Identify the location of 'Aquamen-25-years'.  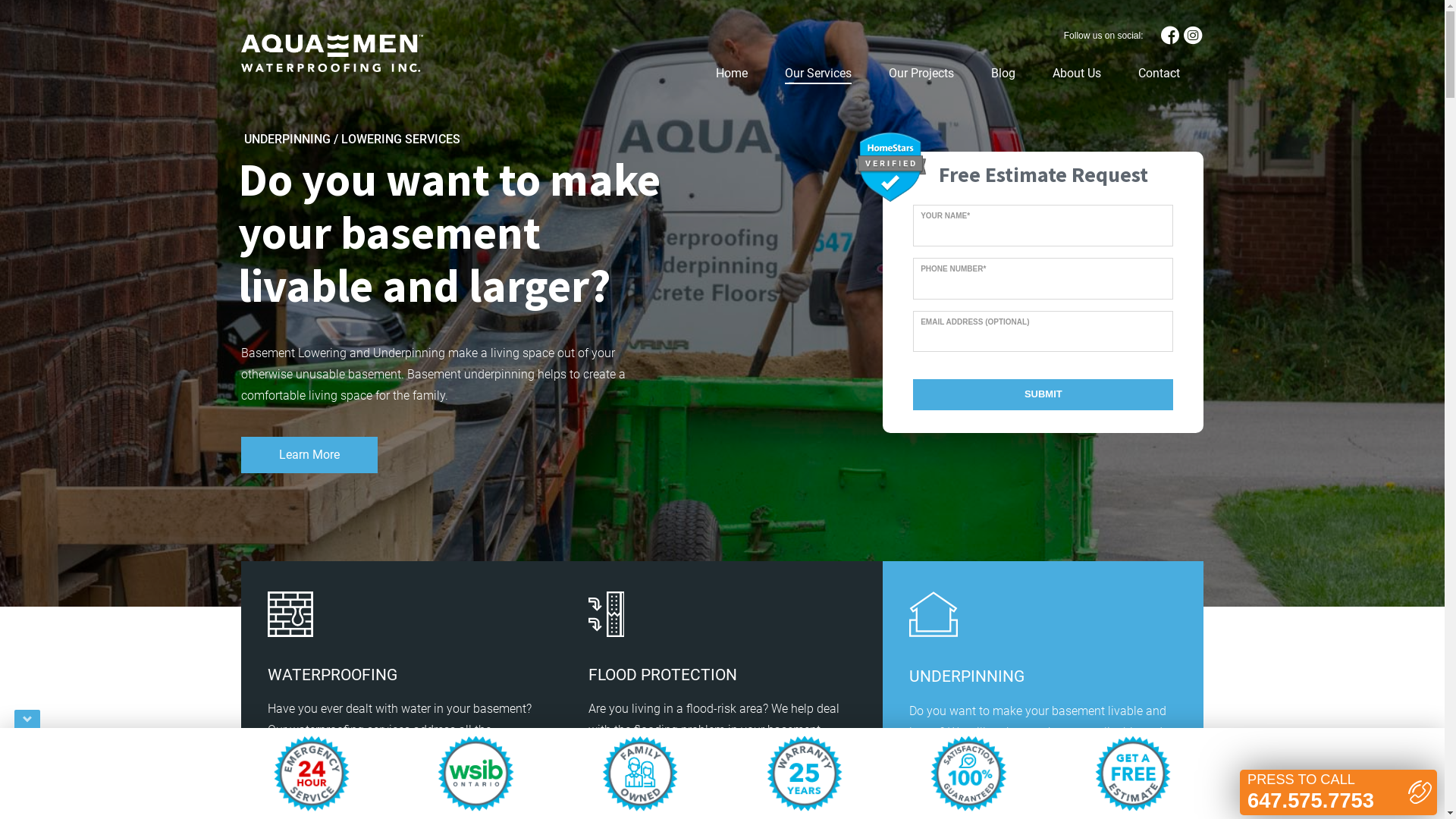
(767, 773).